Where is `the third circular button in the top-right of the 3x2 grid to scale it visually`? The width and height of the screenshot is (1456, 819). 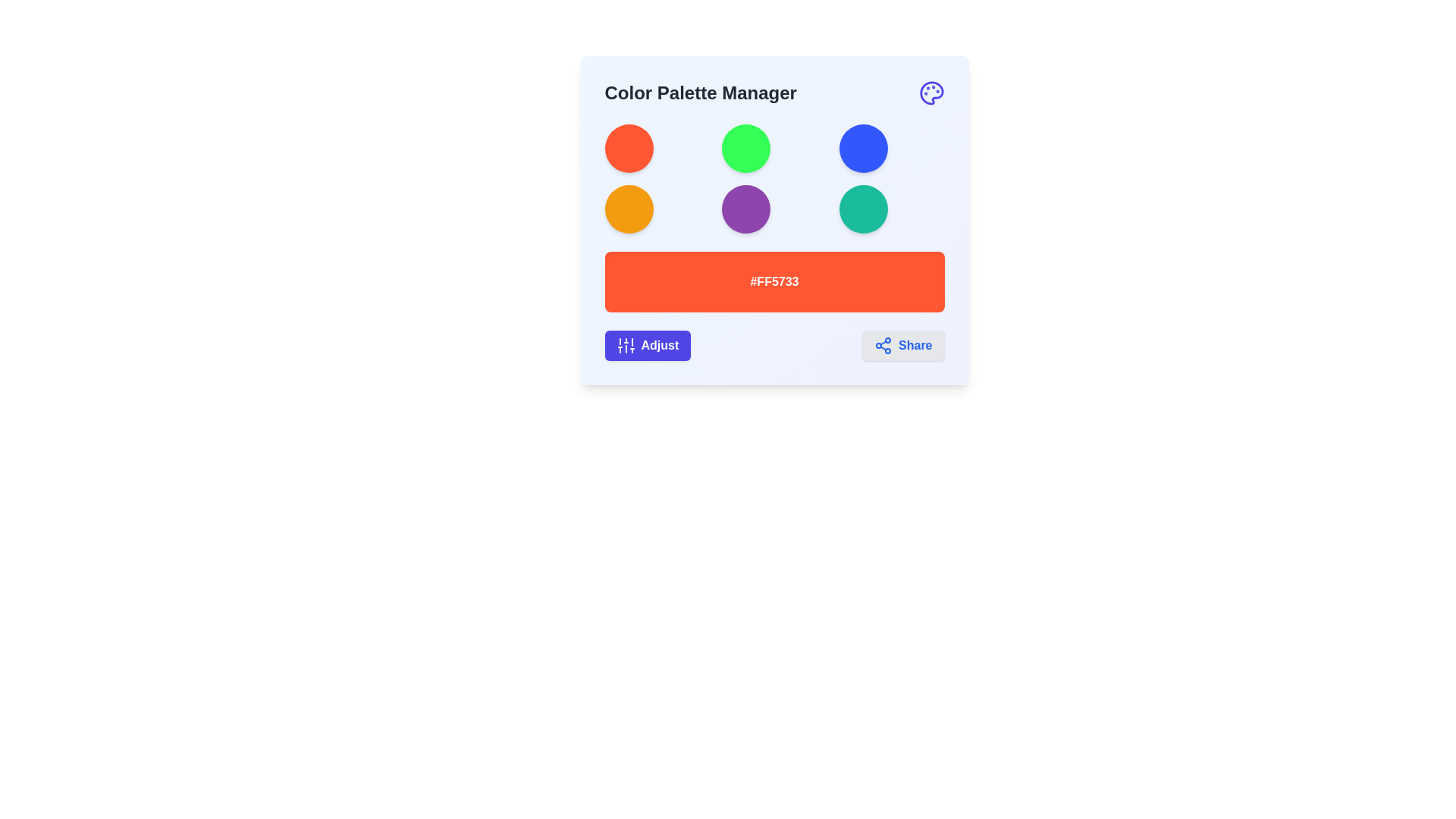
the third circular button in the top-right of the 3x2 grid to scale it visually is located at coordinates (863, 149).